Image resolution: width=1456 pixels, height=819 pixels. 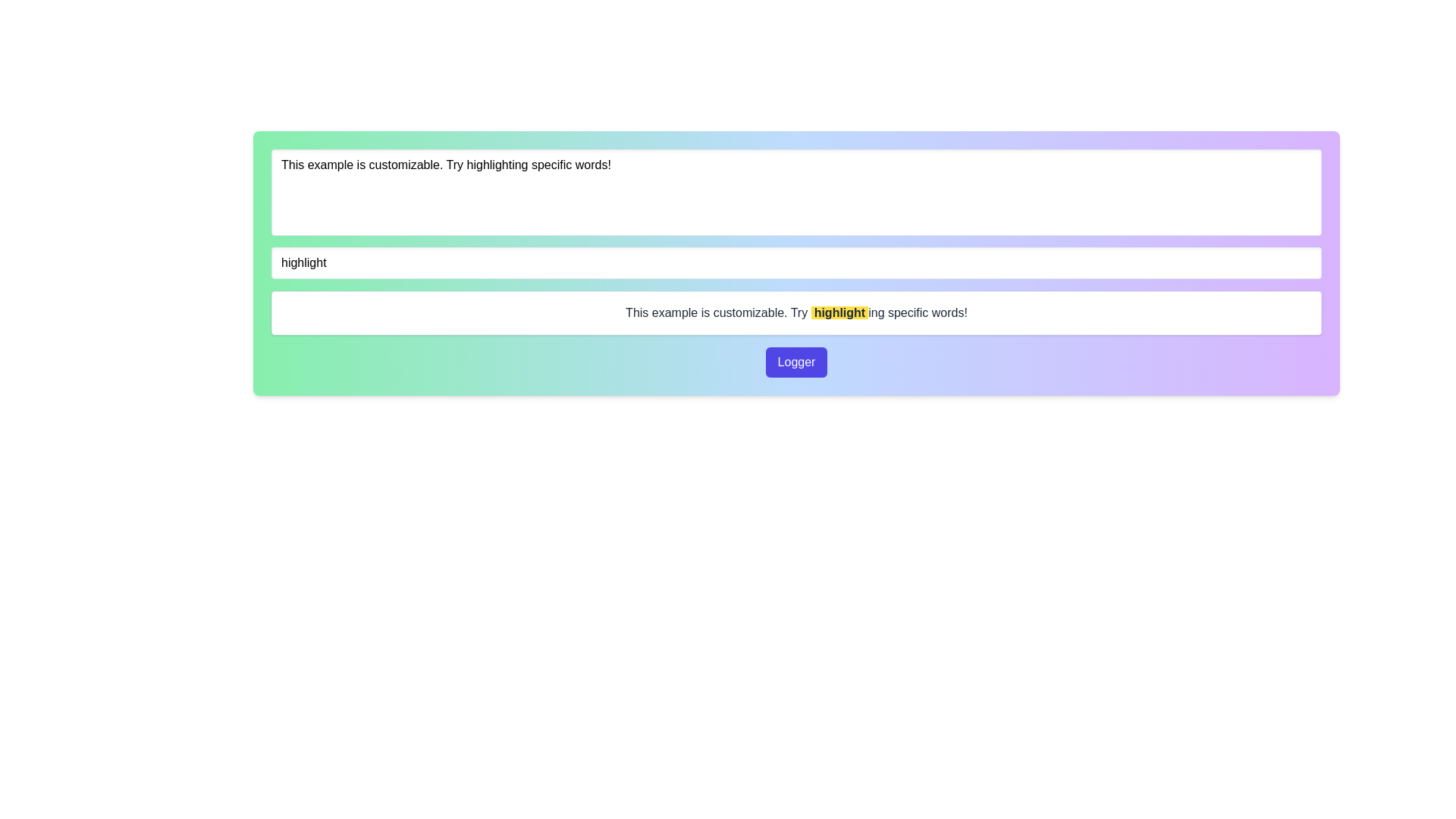 What do you see at coordinates (747, 312) in the screenshot?
I see `the text block that provides guidance about a feature, specifically positioned to the left of the word 'highlight'` at bounding box center [747, 312].